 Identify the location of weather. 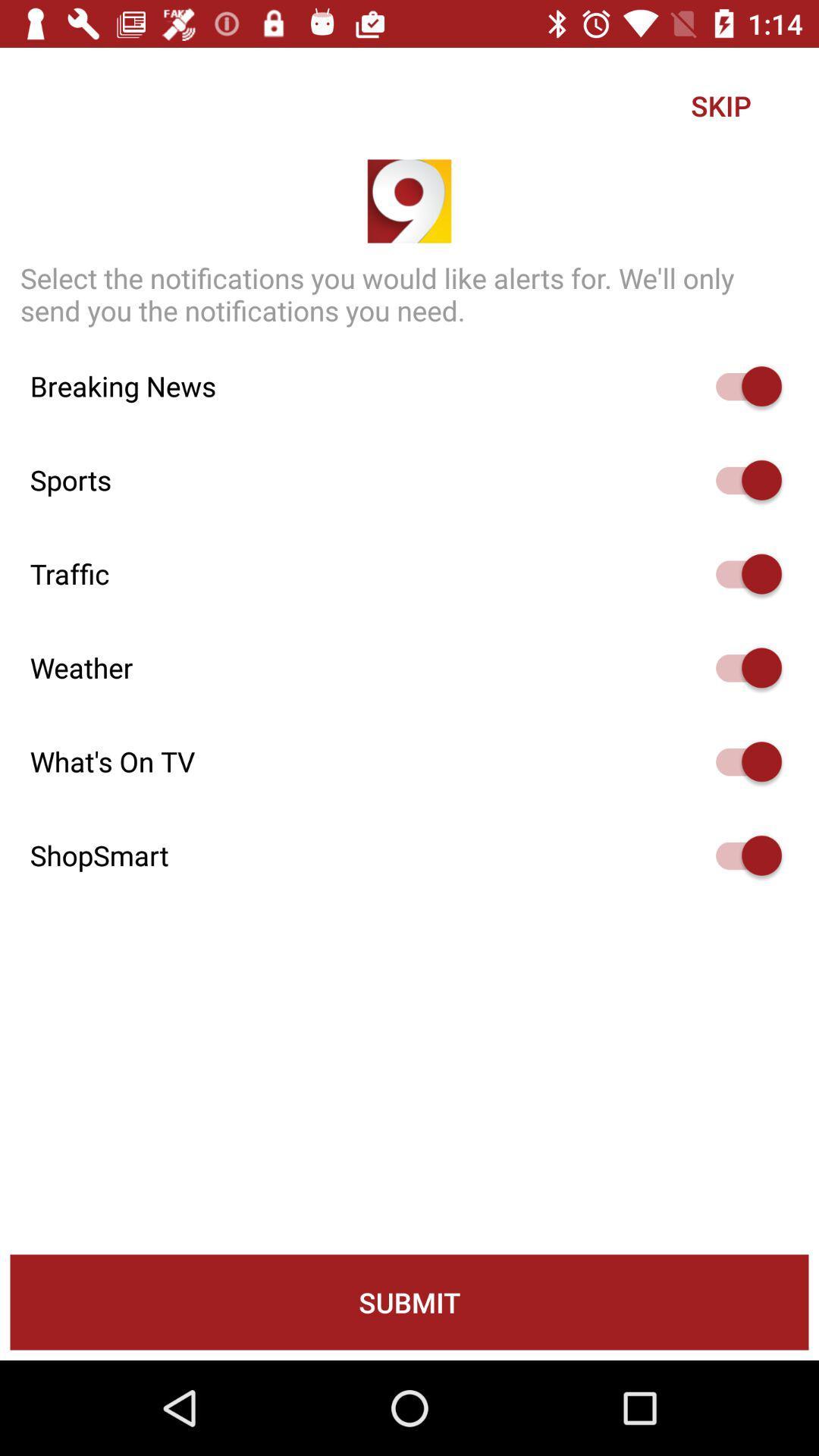
(741, 667).